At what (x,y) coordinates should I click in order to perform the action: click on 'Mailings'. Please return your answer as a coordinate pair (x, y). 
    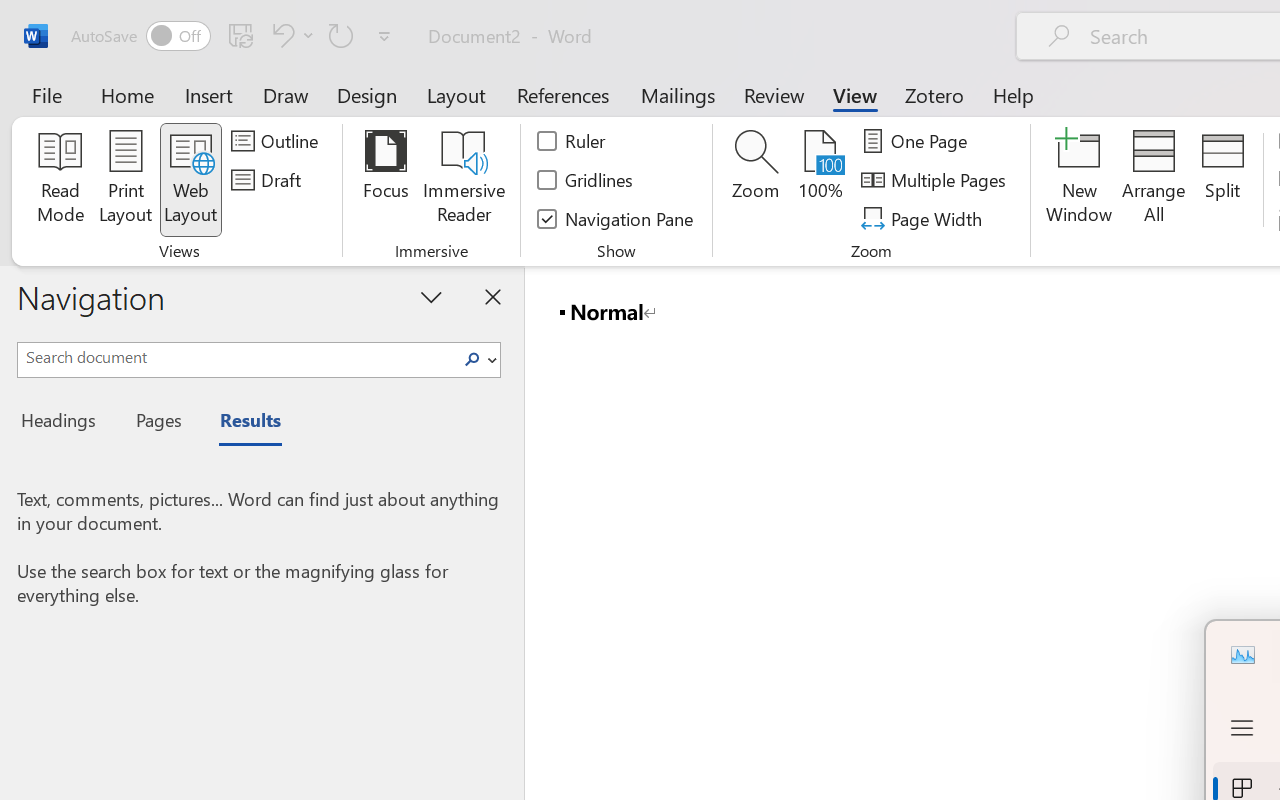
    Looking at the image, I should click on (678, 94).